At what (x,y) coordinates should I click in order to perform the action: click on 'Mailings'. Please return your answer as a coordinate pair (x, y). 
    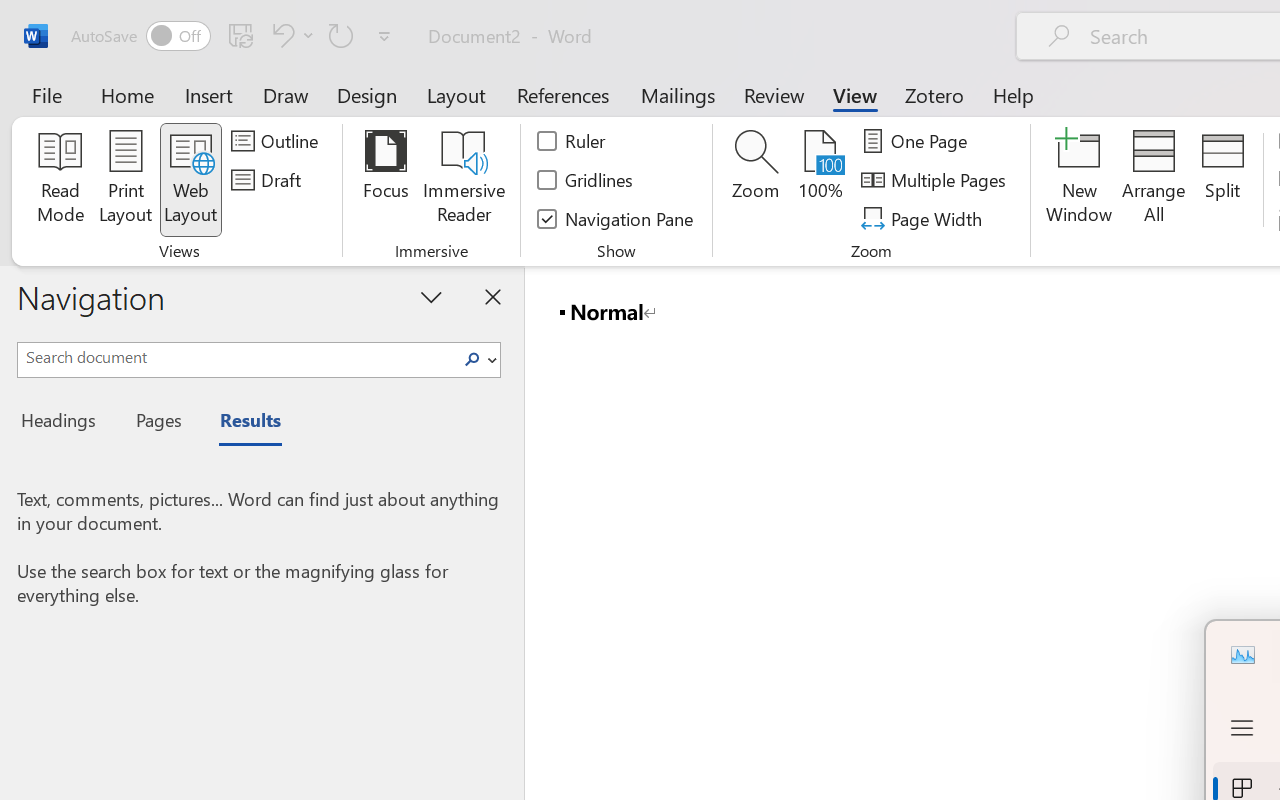
    Looking at the image, I should click on (678, 94).